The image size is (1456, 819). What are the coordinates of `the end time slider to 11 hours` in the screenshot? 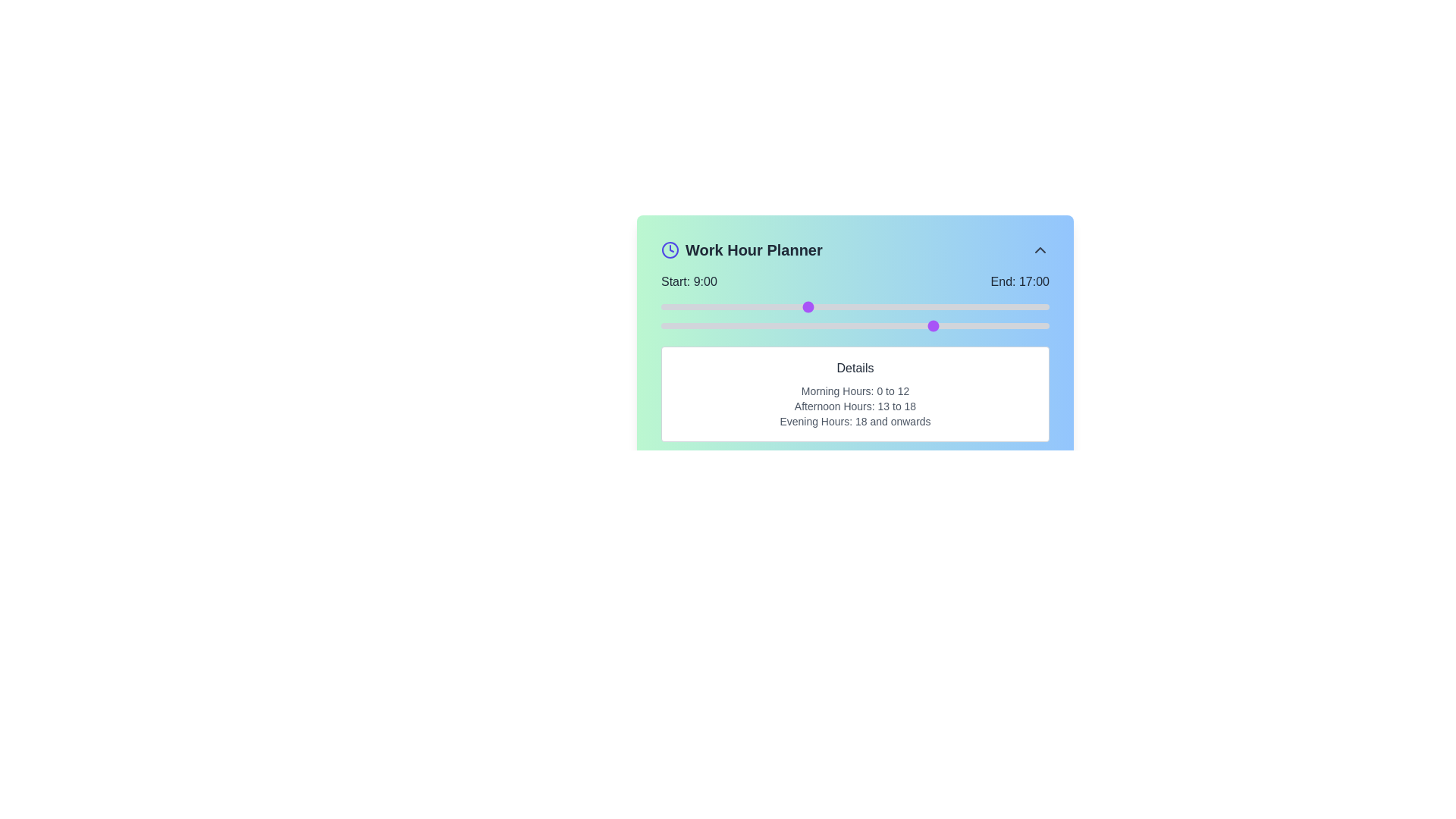 It's located at (838, 325).